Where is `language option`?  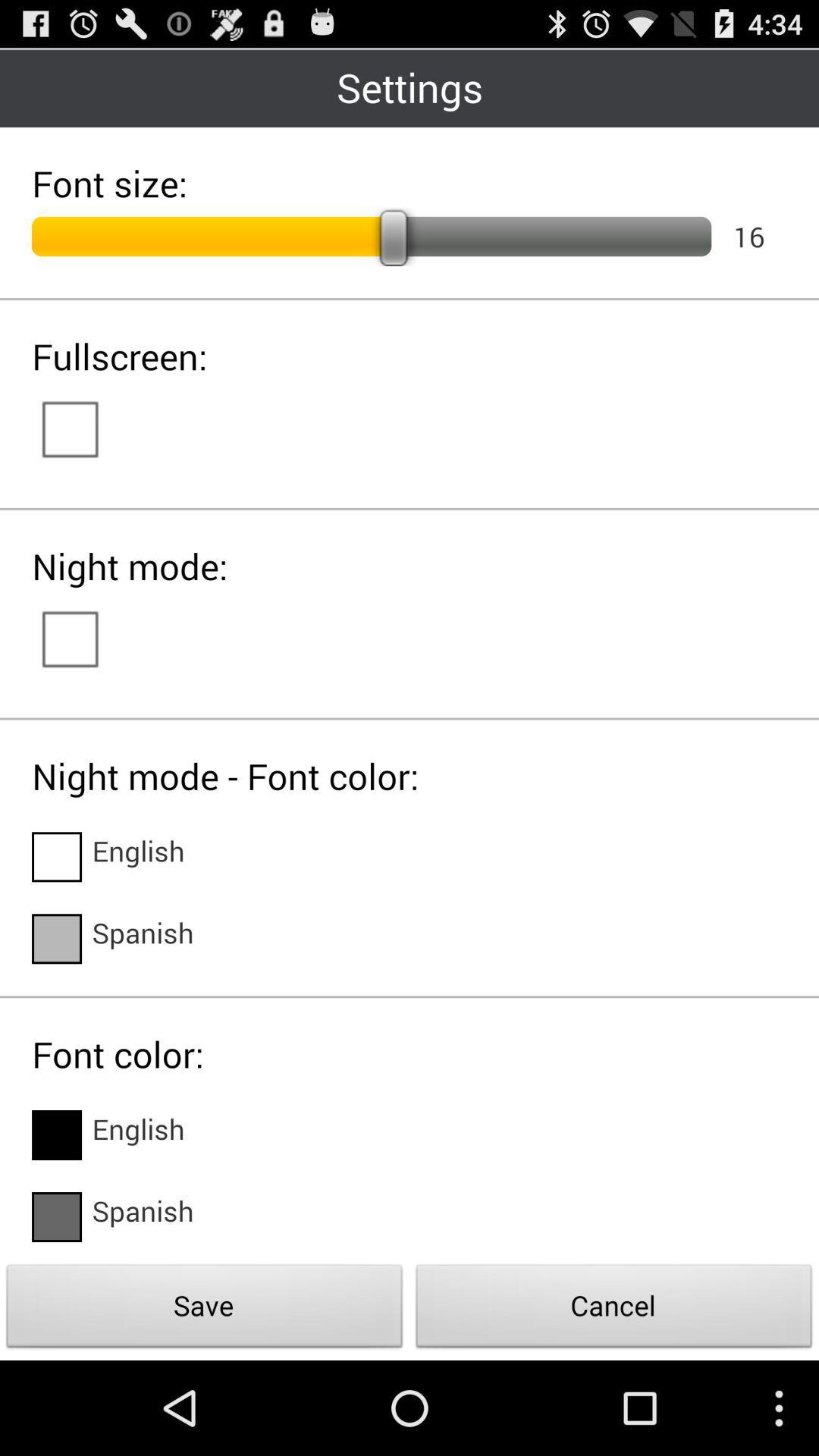
language option is located at coordinates (55, 857).